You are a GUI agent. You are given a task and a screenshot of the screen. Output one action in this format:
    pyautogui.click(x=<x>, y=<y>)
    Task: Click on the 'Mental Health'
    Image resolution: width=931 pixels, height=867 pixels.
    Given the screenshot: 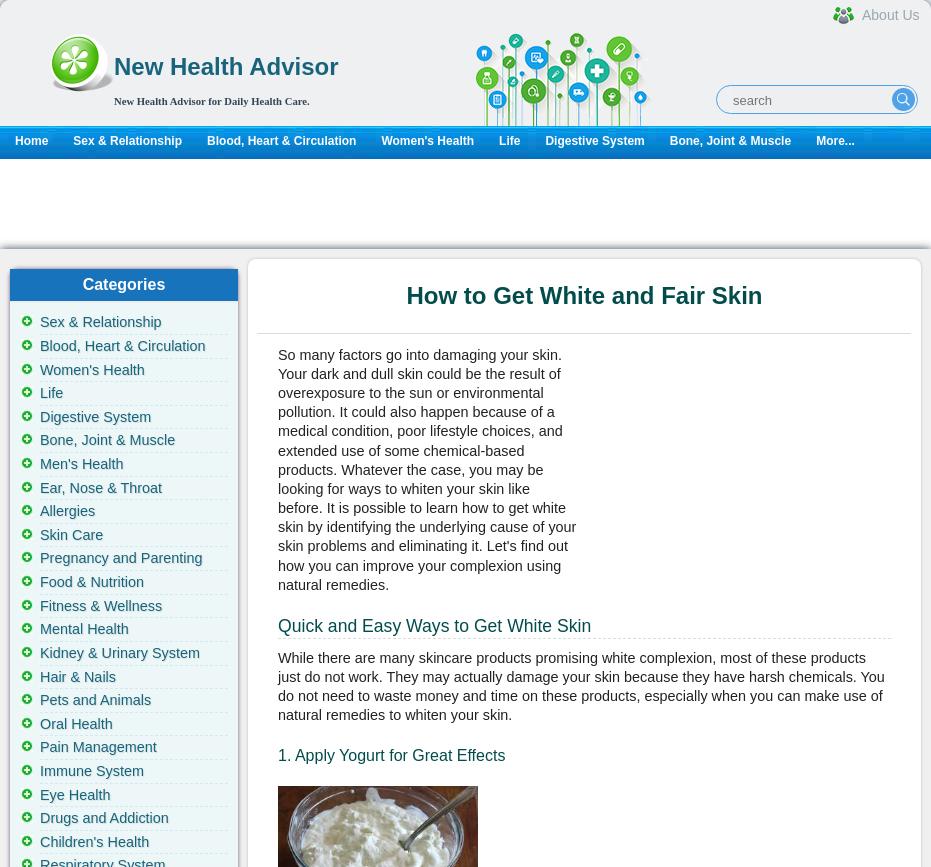 What is the action you would take?
    pyautogui.click(x=39, y=628)
    